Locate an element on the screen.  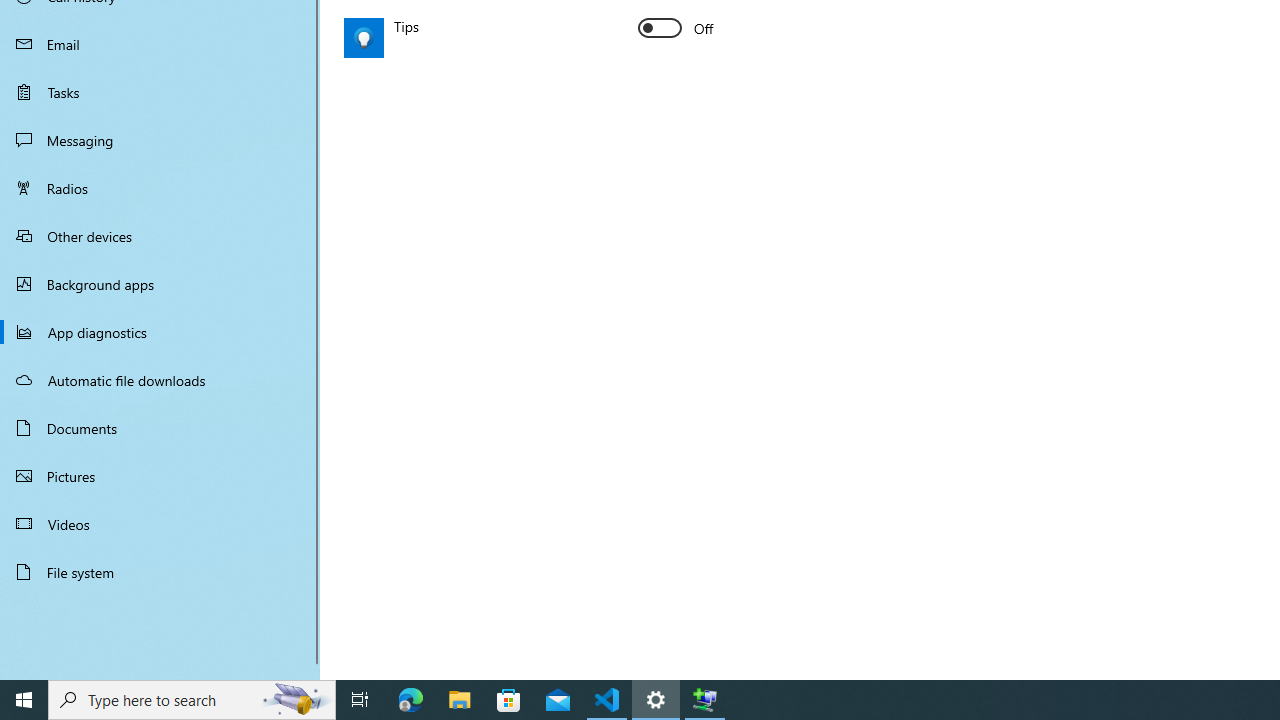
'Extensible Wizards Host Process - 1 running window' is located at coordinates (705, 698).